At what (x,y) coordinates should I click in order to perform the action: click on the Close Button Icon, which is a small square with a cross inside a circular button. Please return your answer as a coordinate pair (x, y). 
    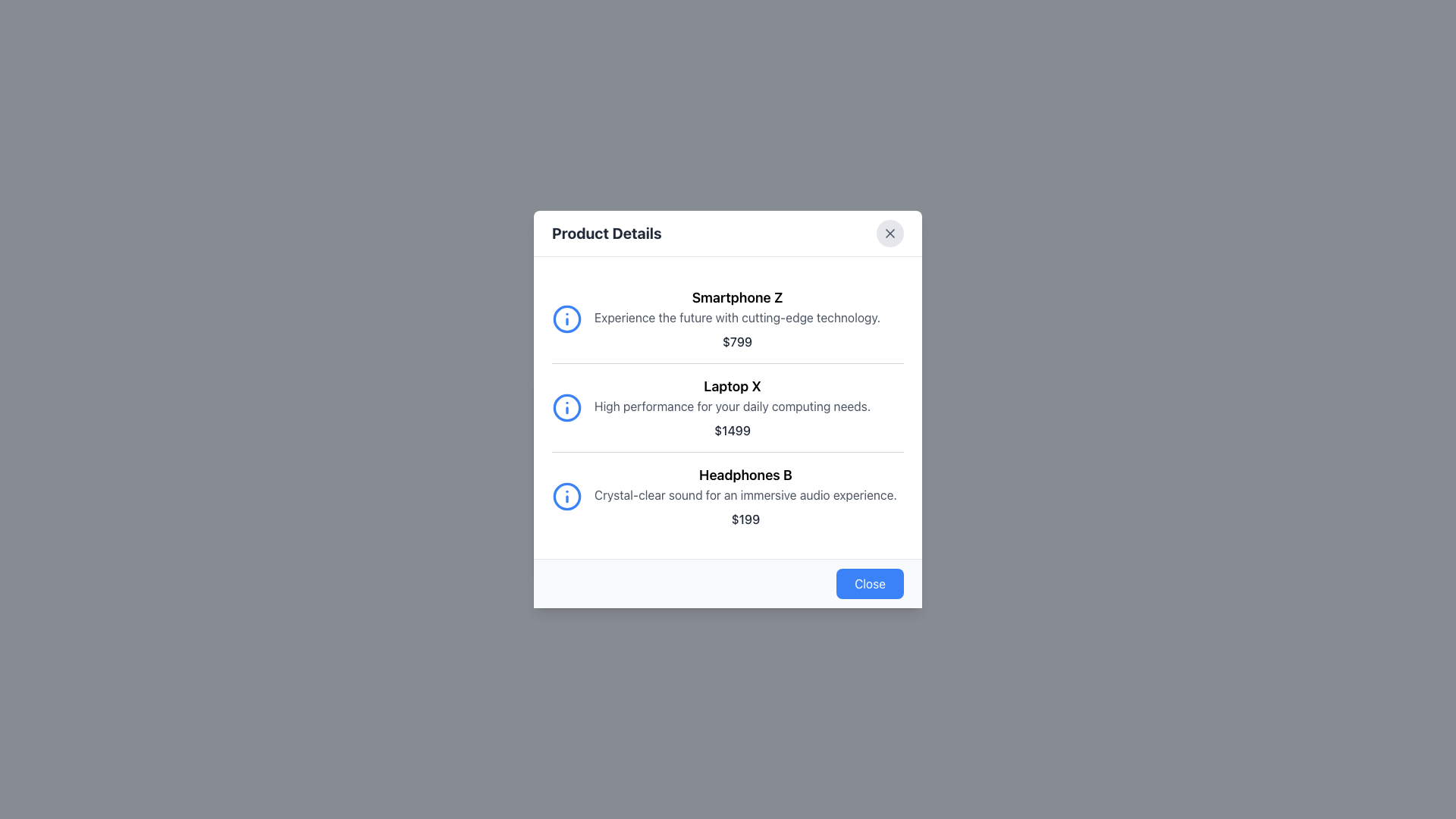
    Looking at the image, I should click on (890, 234).